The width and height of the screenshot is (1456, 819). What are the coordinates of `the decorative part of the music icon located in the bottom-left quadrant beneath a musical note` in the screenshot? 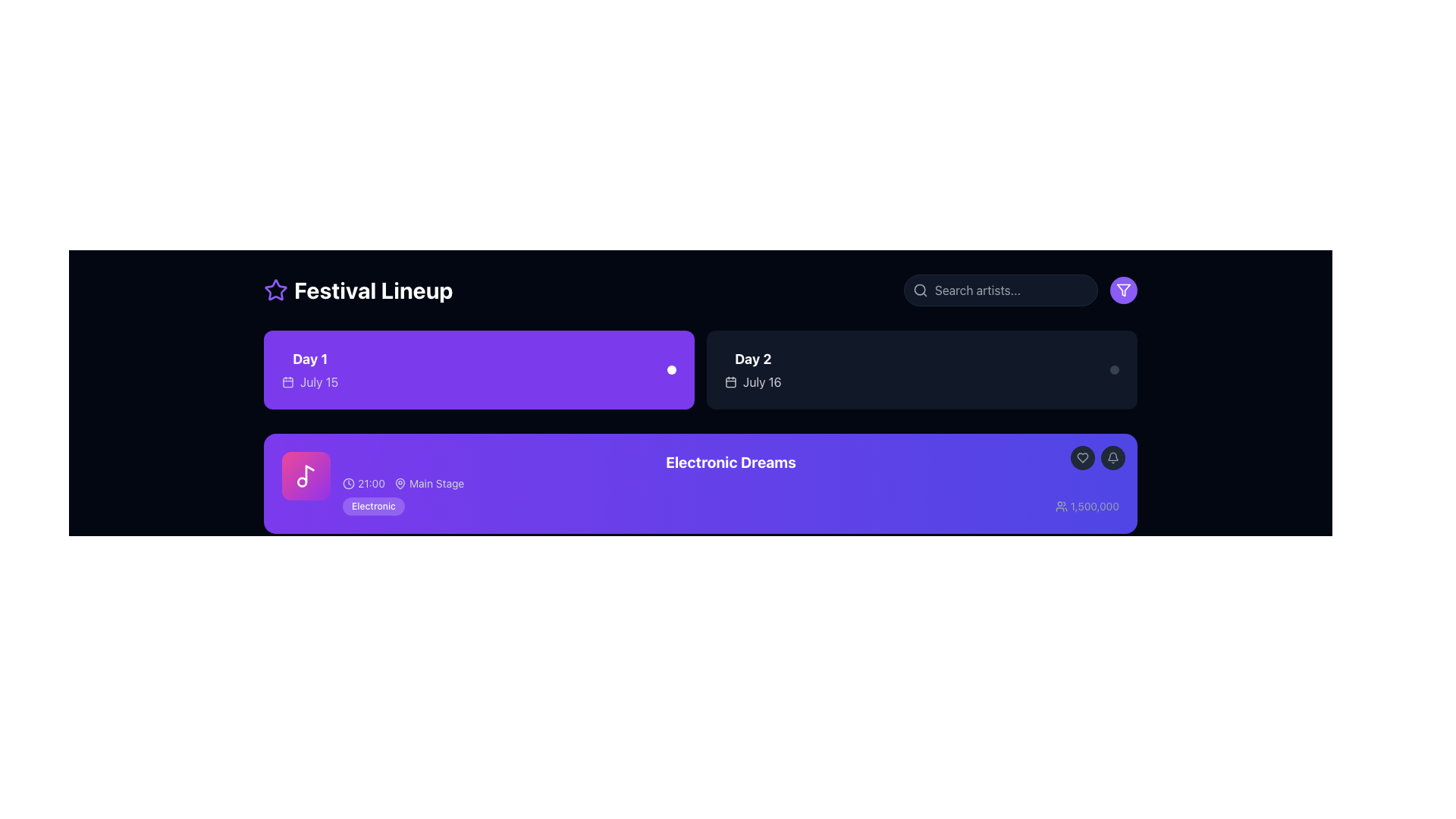 It's located at (302, 482).